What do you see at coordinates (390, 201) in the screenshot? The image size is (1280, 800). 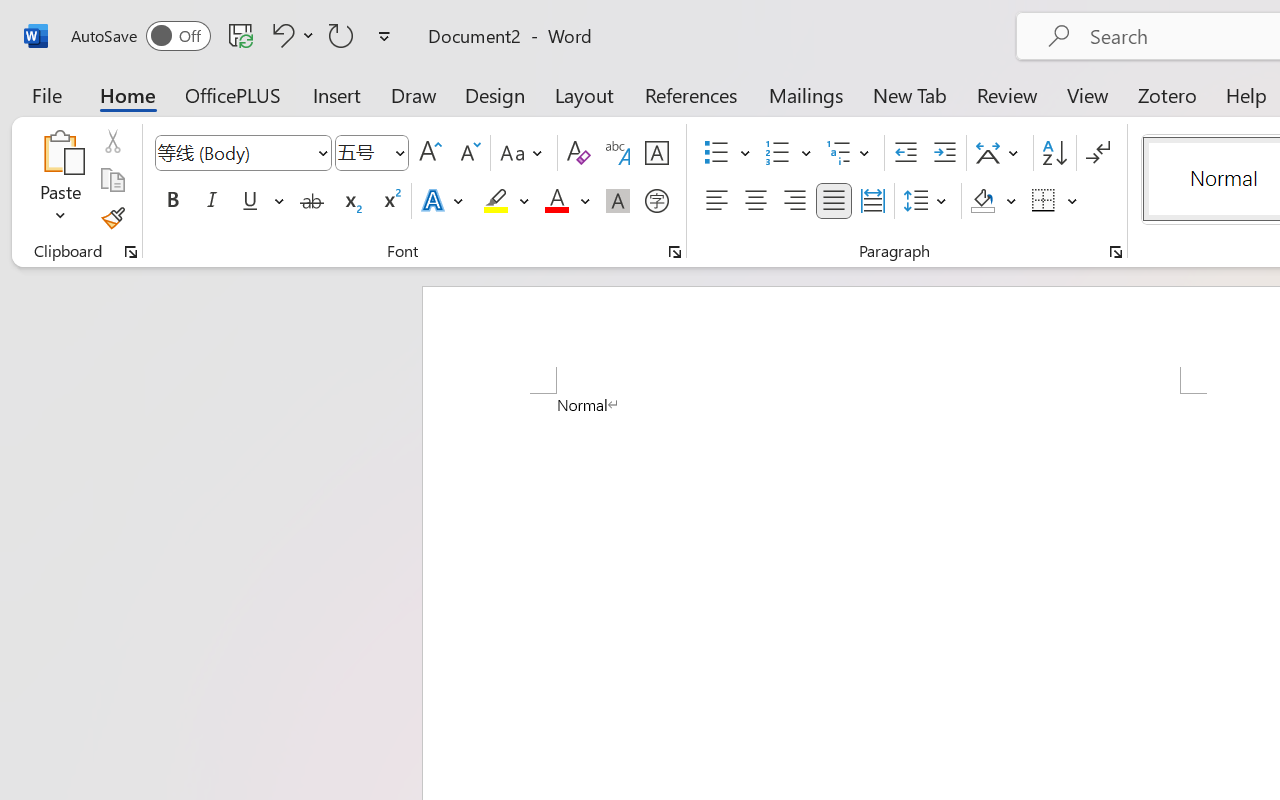 I see `'Superscript'` at bounding box center [390, 201].